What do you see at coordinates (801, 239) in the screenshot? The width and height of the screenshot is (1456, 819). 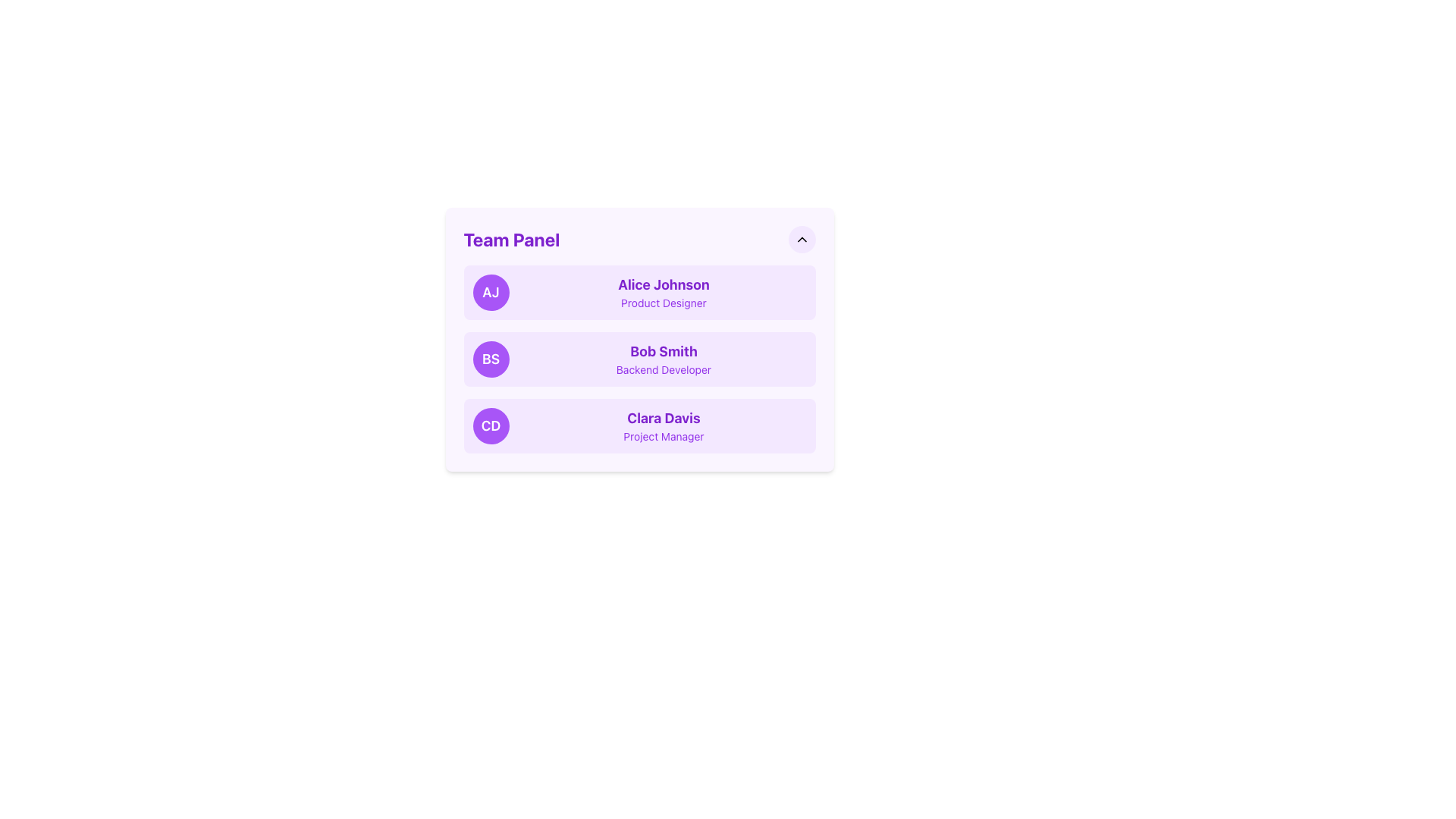 I see `the icon indicating an action such as collapsing or scrolling upwards, located in the upper-right corner of the panel layout` at bounding box center [801, 239].